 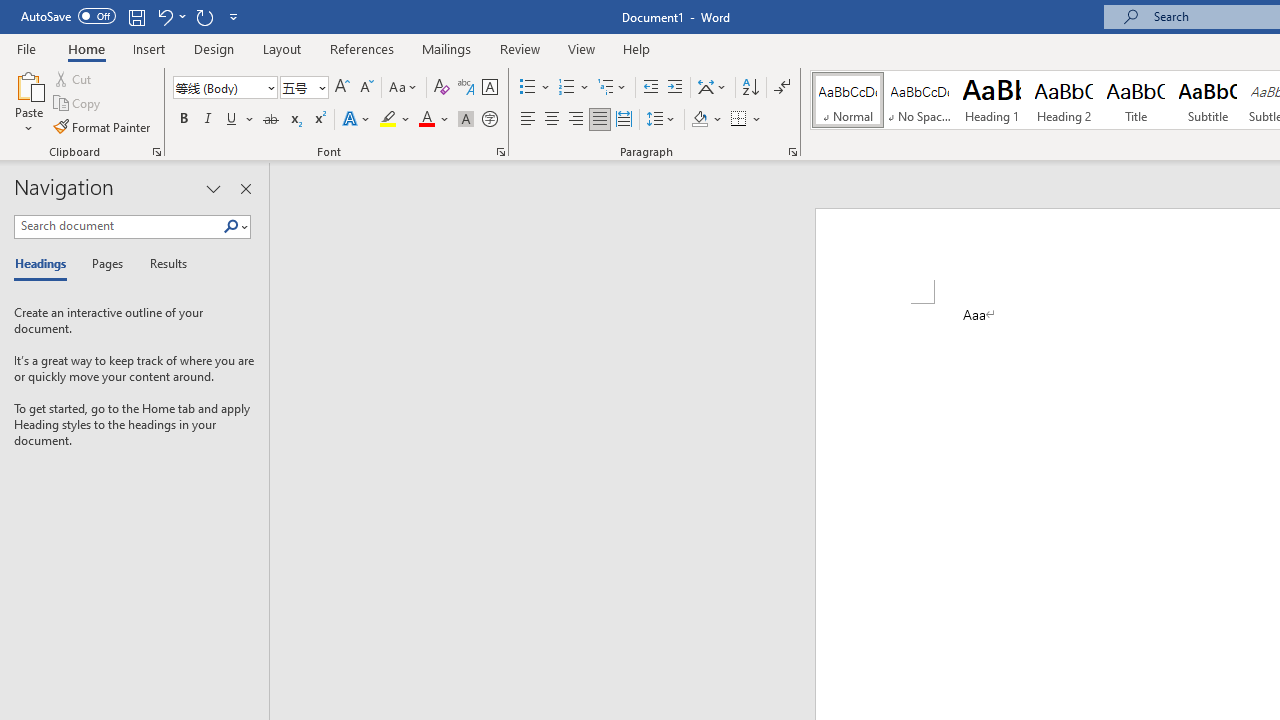 What do you see at coordinates (433, 119) in the screenshot?
I see `'Font Color'` at bounding box center [433, 119].